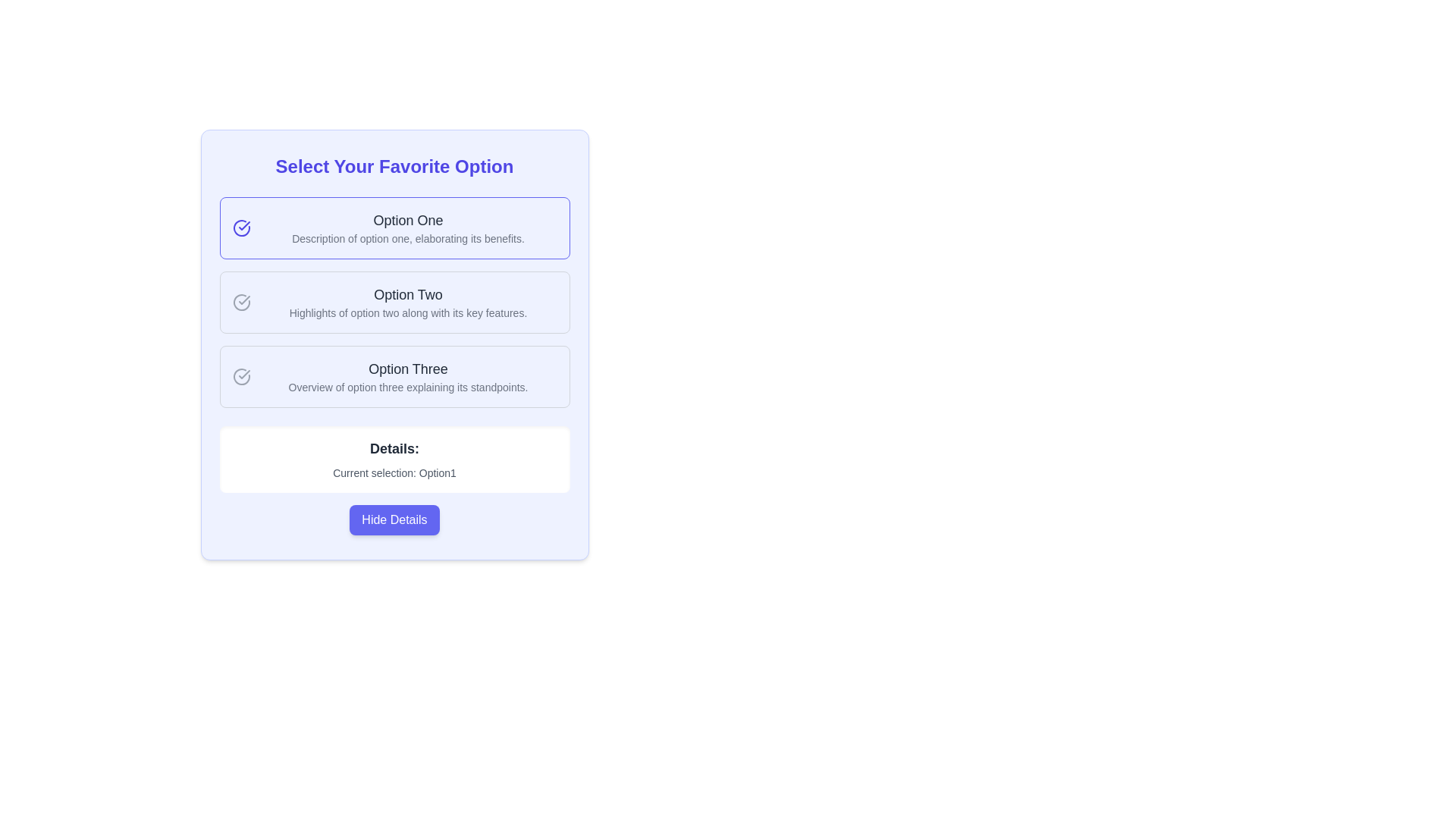 Image resolution: width=1456 pixels, height=819 pixels. Describe the element at coordinates (408, 227) in the screenshot. I see `the first radio option in the list` at that location.